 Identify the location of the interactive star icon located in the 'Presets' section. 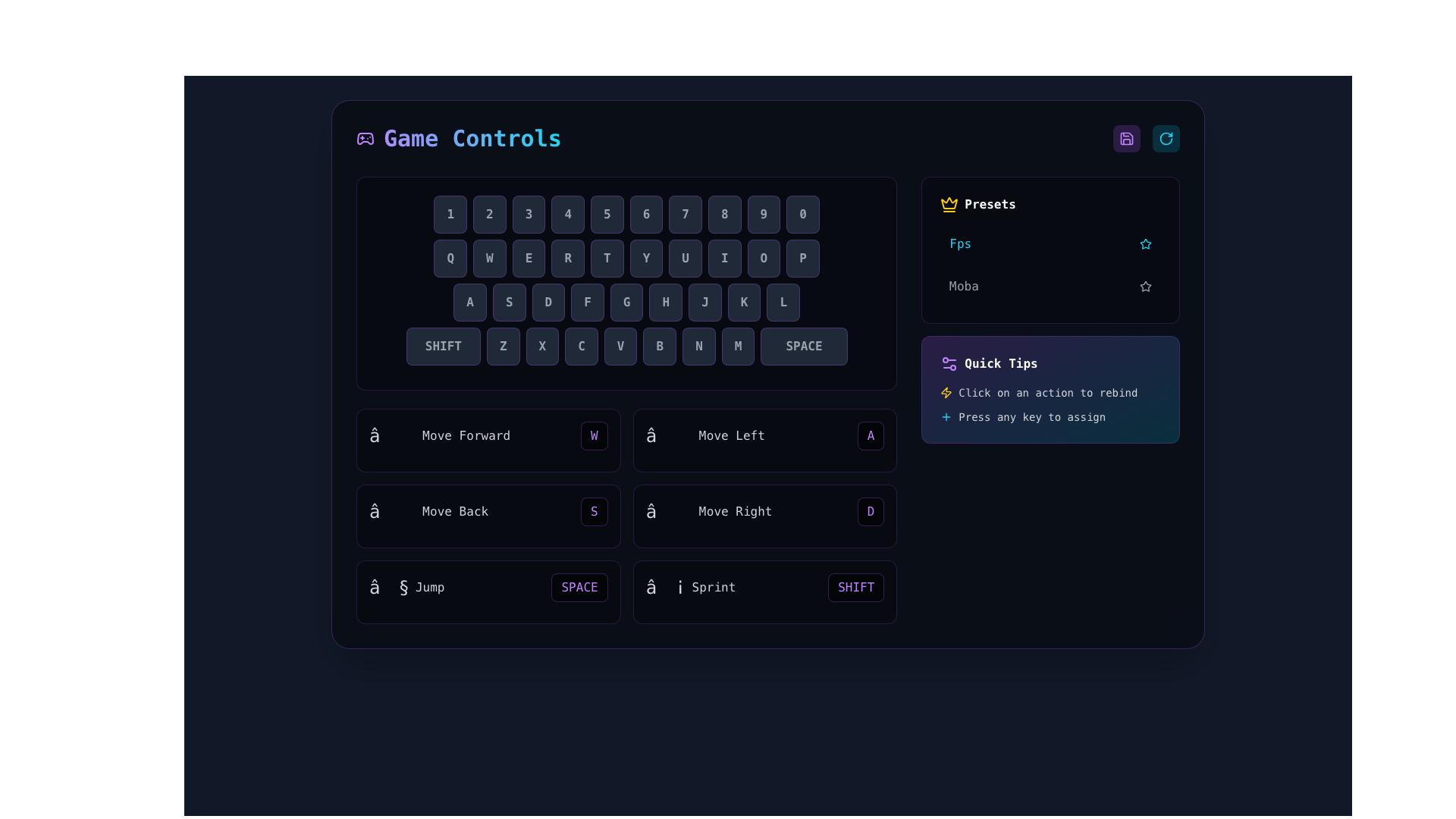
(1146, 286).